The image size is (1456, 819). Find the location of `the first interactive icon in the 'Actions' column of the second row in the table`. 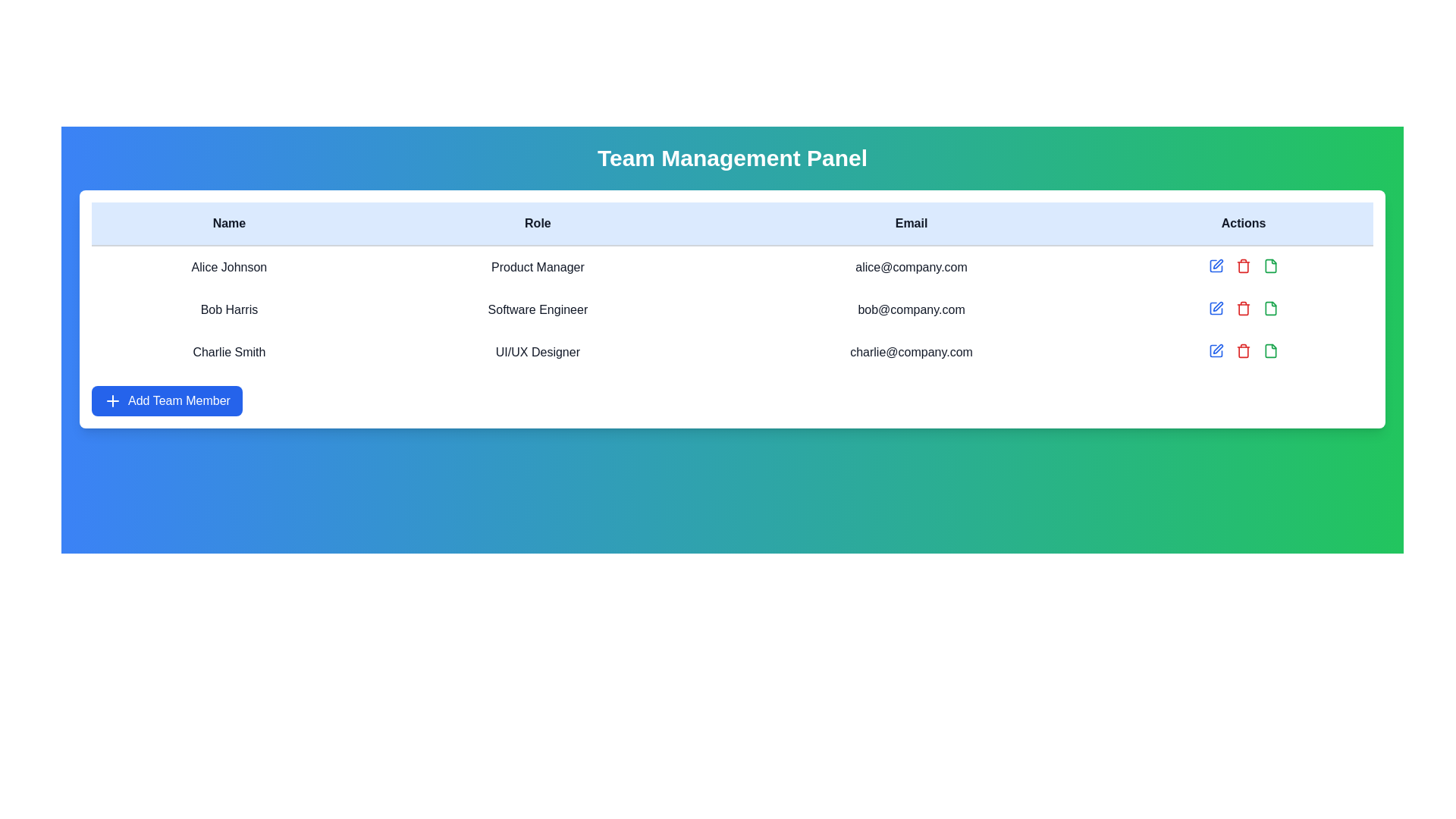

the first interactive icon in the 'Actions' column of the second row in the table is located at coordinates (1216, 265).